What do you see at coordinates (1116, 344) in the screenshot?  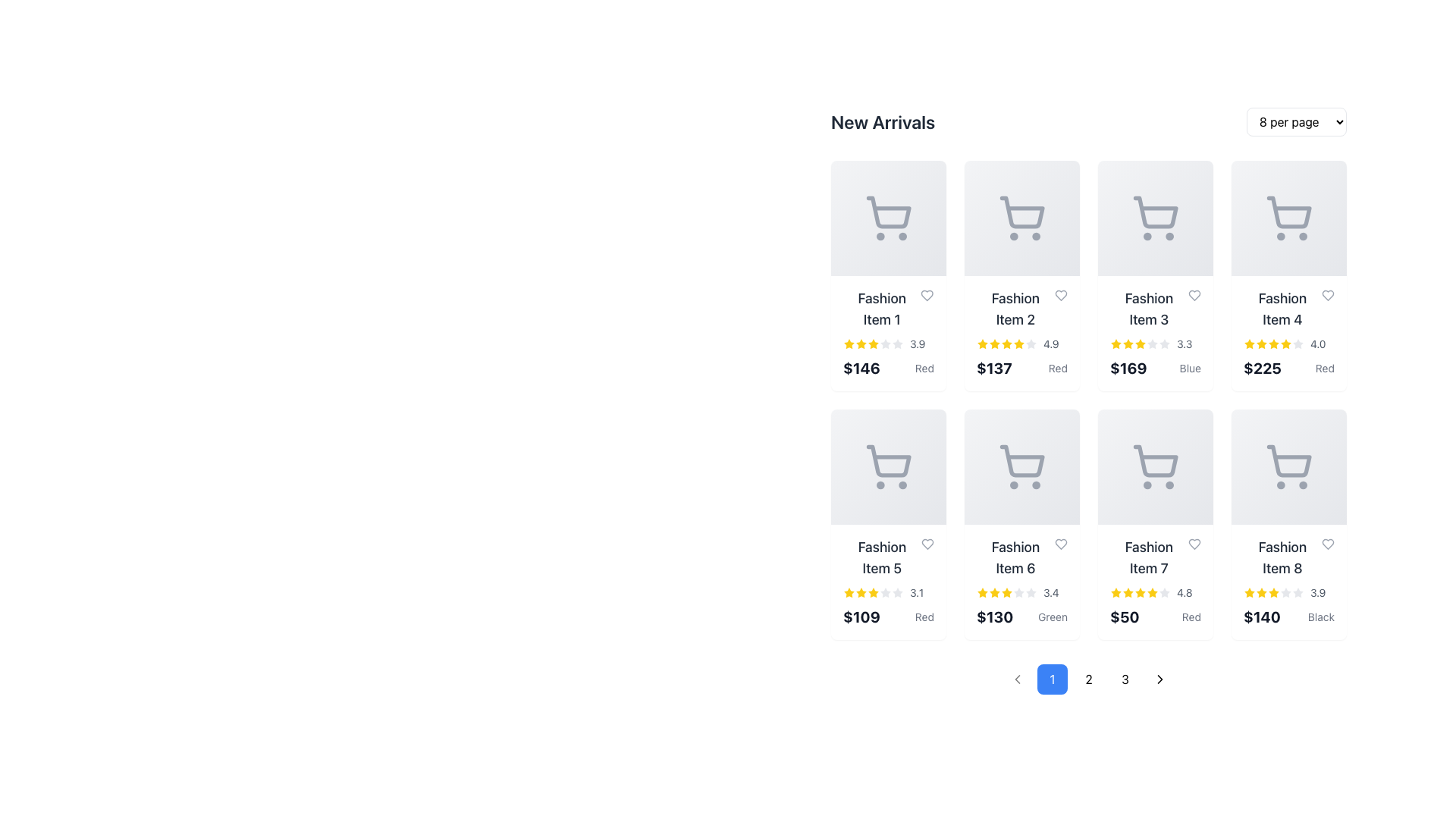 I see `the star icon representing a rating or favorite marker for the 'Fashion Item 1' card in the 'New Arrivals' section` at bounding box center [1116, 344].